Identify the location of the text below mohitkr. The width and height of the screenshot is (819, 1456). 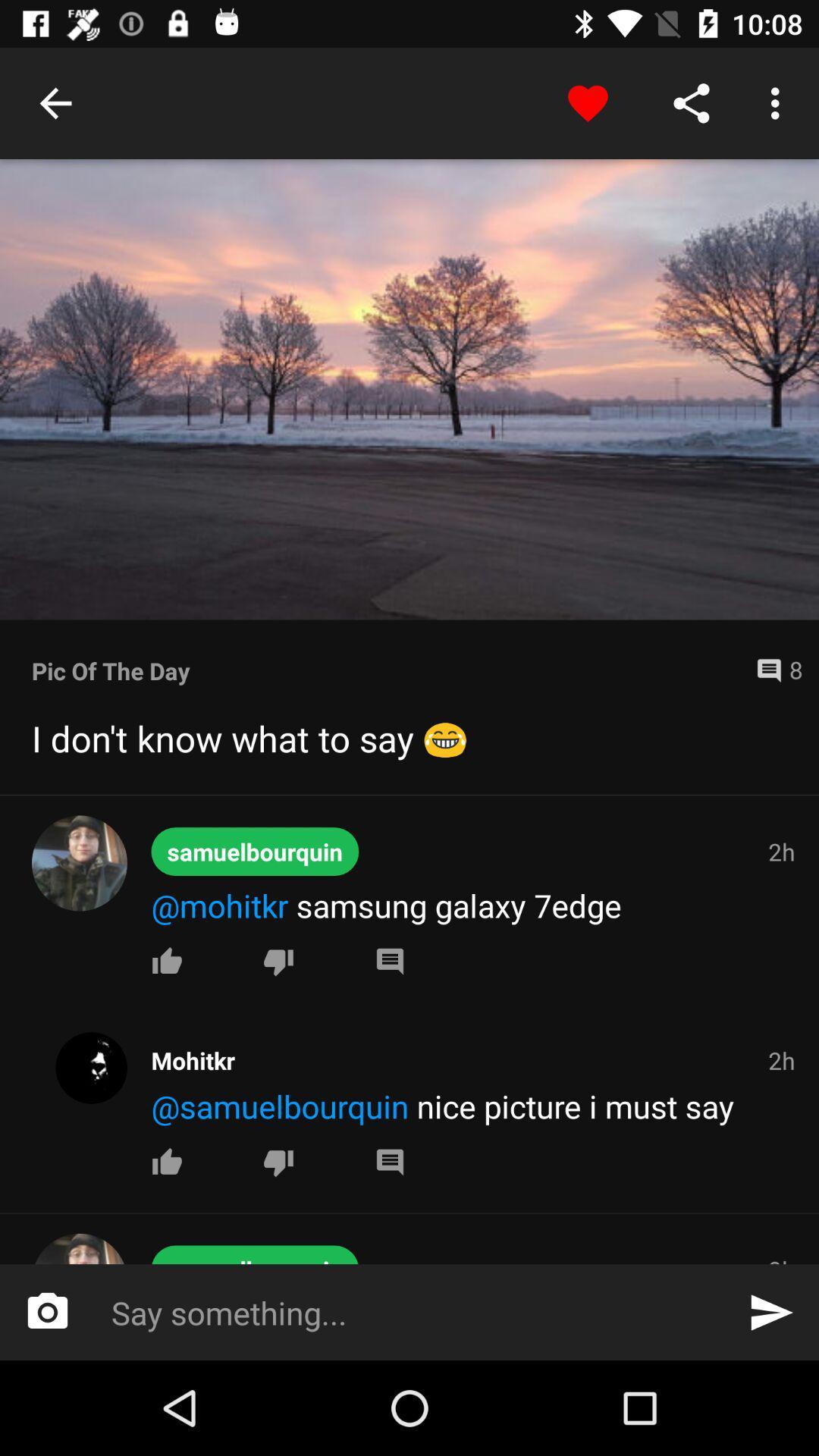
(475, 1106).